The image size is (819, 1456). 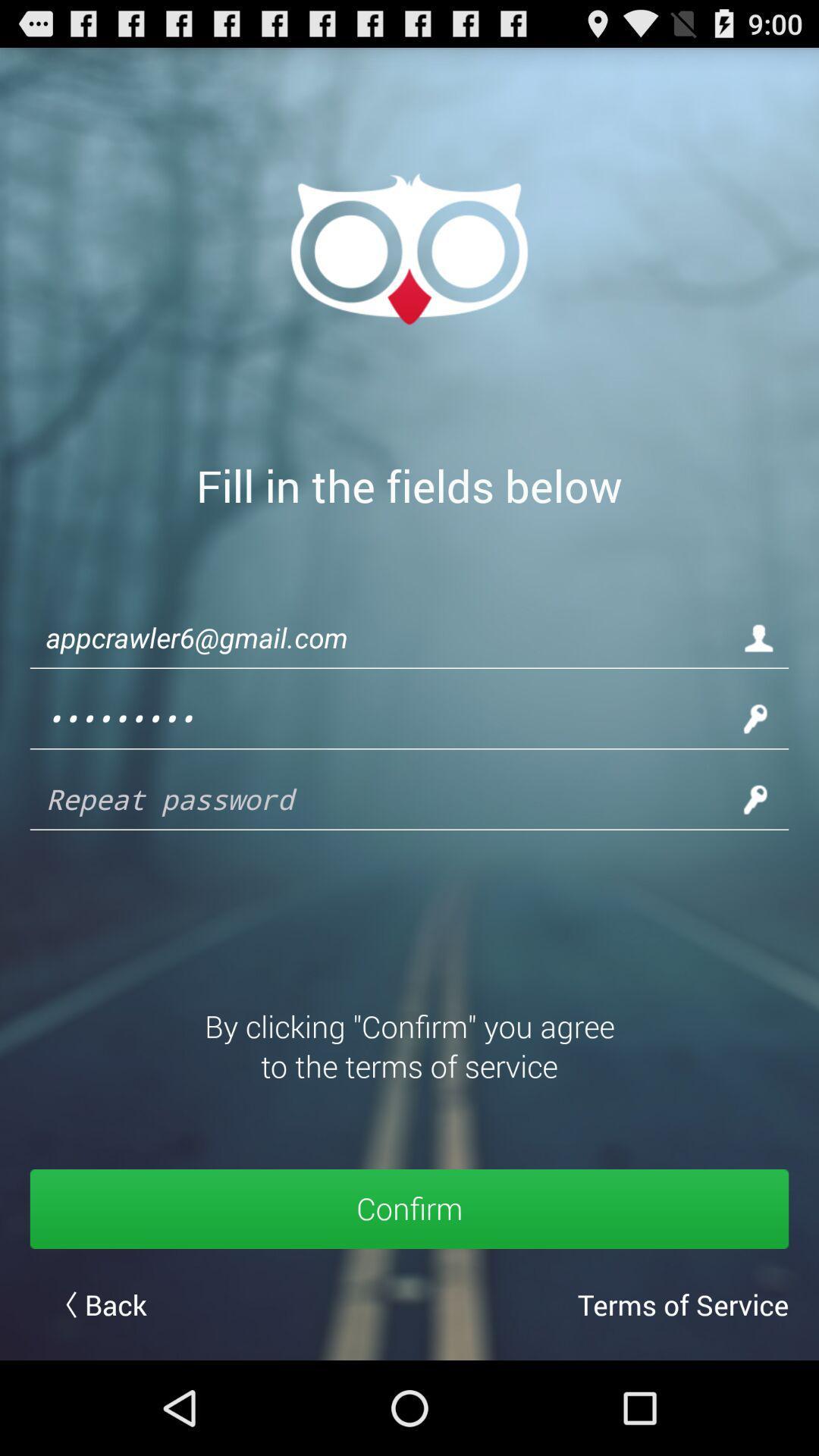 What do you see at coordinates (387, 799) in the screenshot?
I see `password` at bounding box center [387, 799].